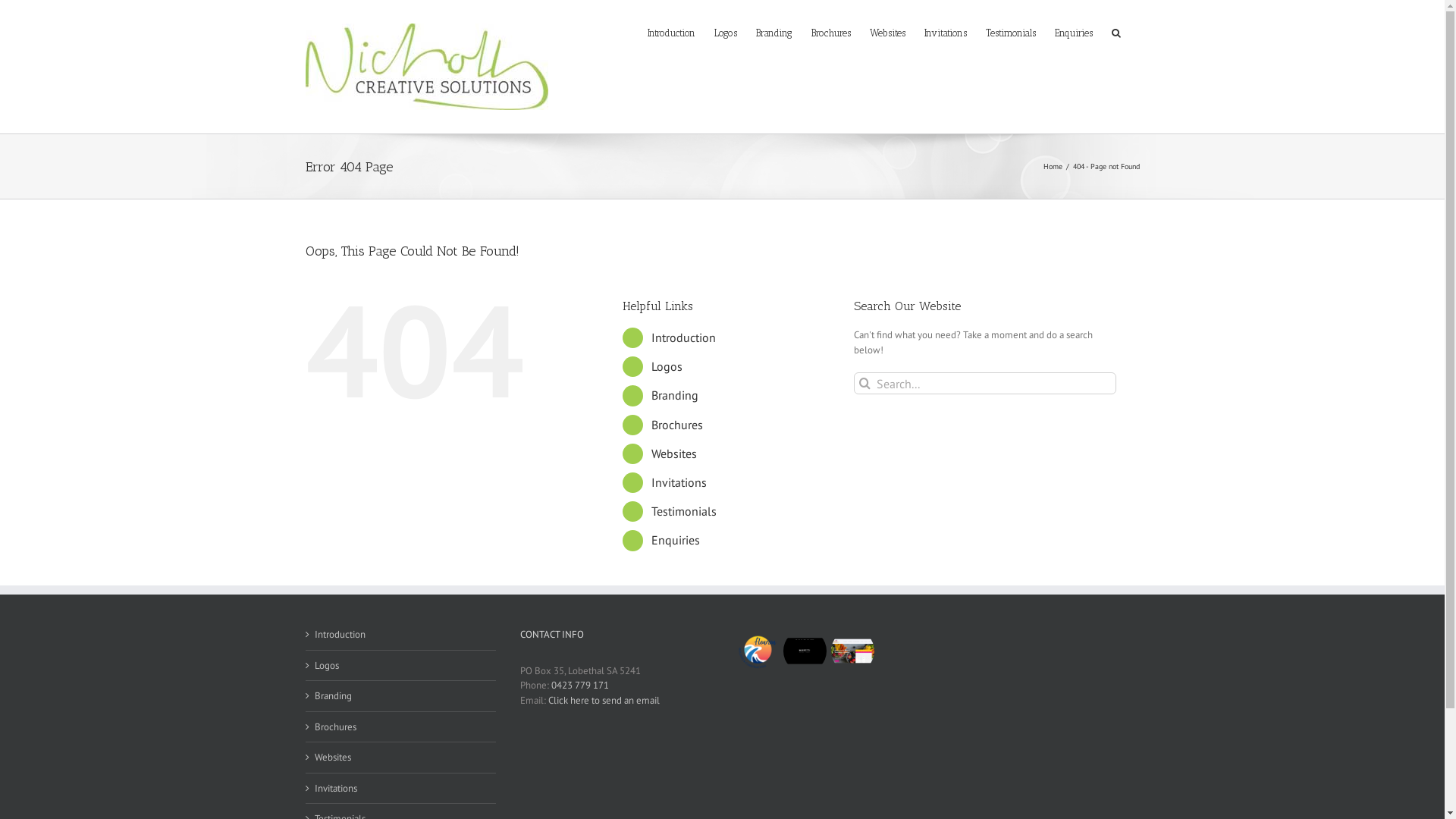 This screenshot has height=819, width=1456. I want to click on 'Enquiries', so click(675, 539).